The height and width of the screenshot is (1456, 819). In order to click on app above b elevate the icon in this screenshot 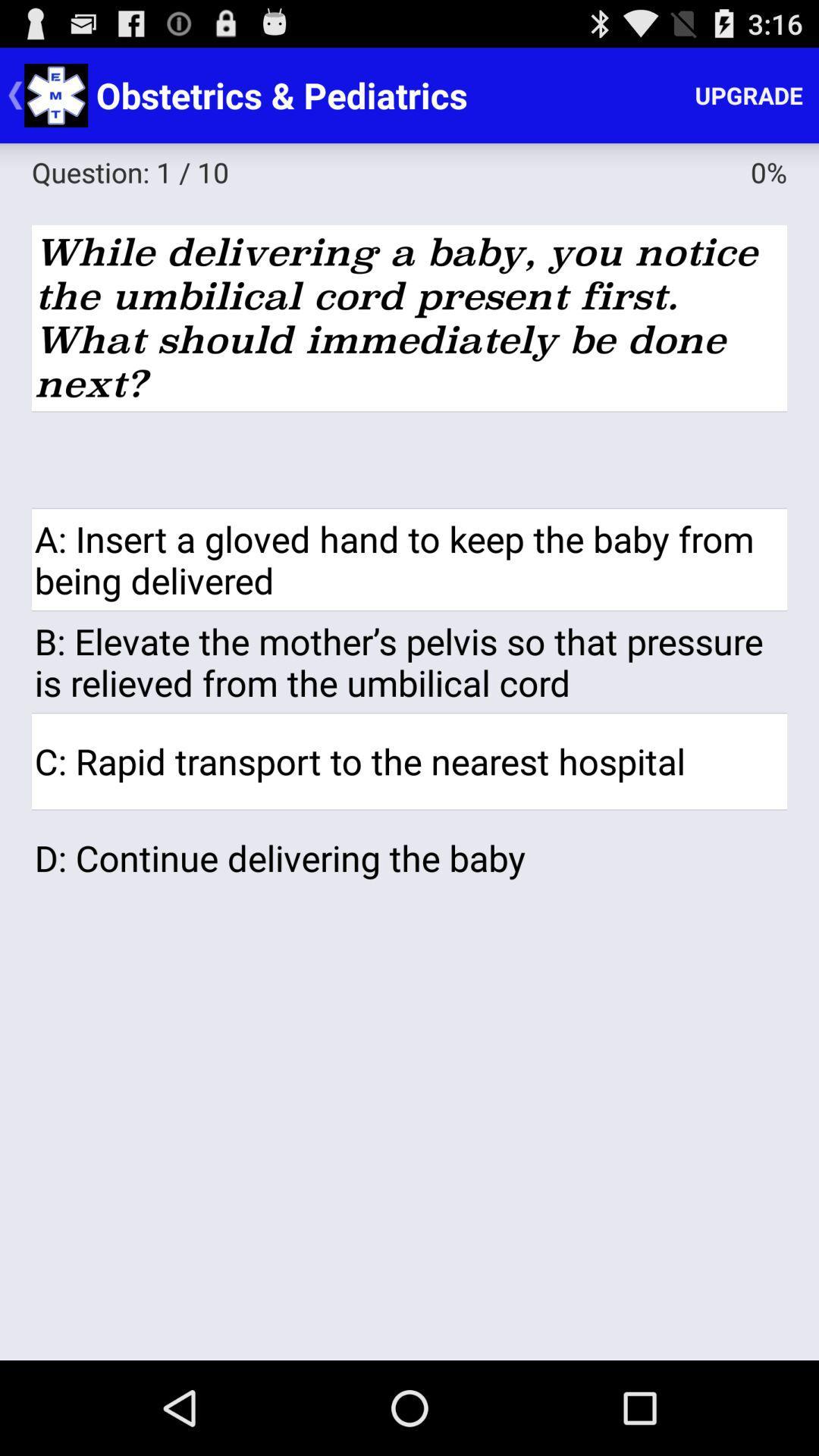, I will do `click(409, 559)`.